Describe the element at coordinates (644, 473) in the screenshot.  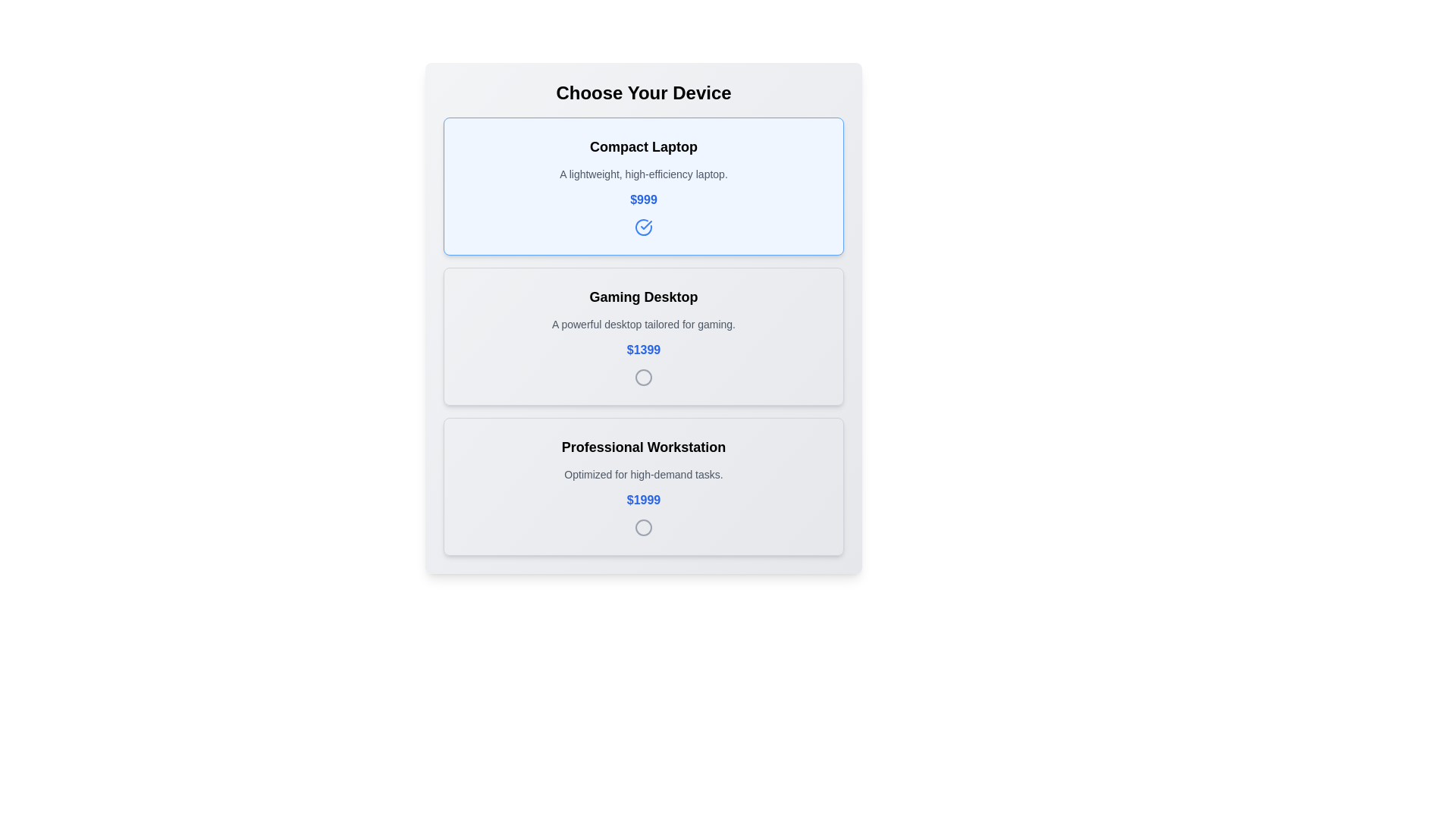
I see `the static text that describes the unique feature or benefit of the 'Professional Workstation' product, which is positioned below the title and above the price in the third card of the vertical list` at that location.